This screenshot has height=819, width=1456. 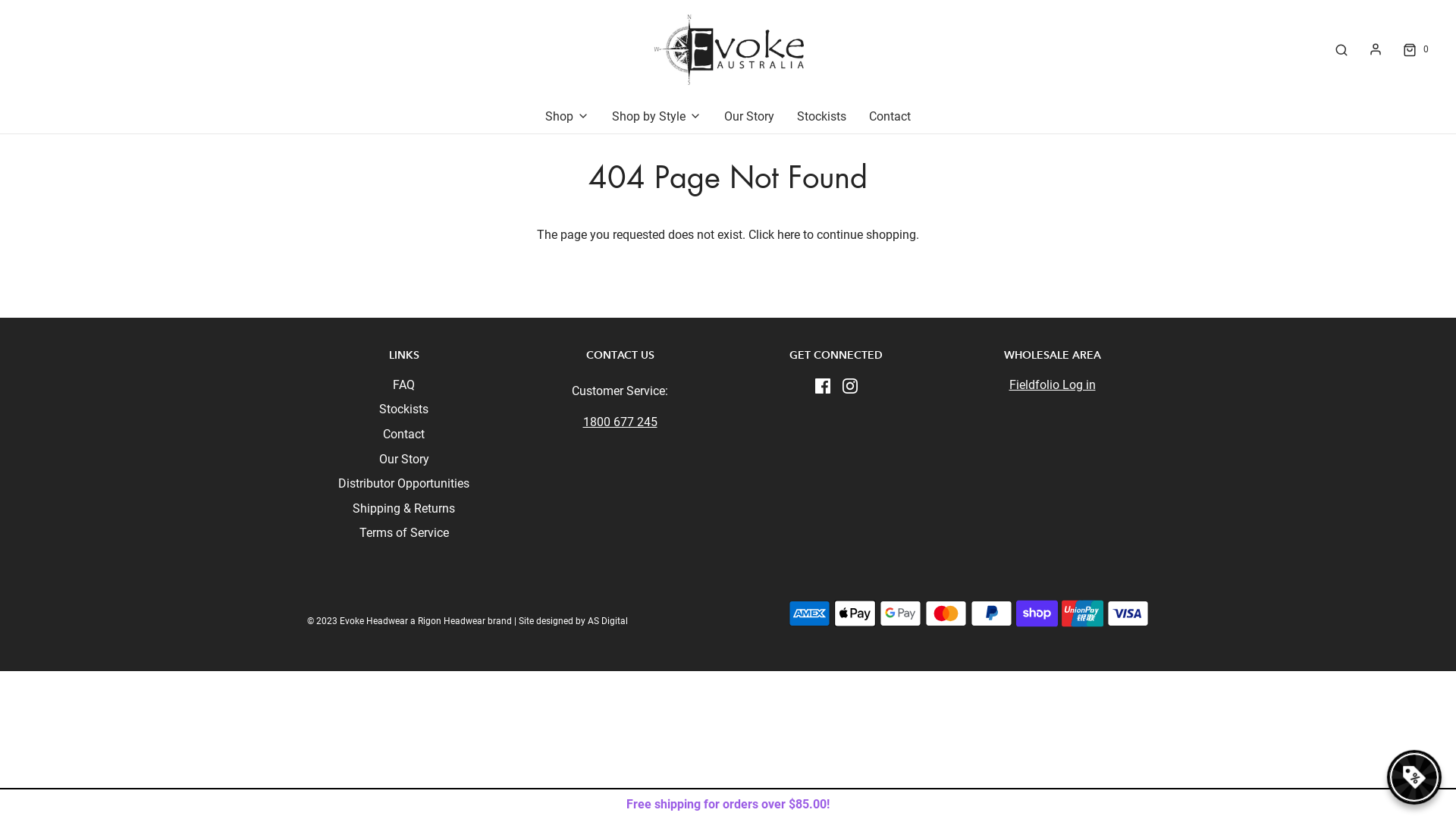 I want to click on 'AS Digital', so click(x=586, y=620).